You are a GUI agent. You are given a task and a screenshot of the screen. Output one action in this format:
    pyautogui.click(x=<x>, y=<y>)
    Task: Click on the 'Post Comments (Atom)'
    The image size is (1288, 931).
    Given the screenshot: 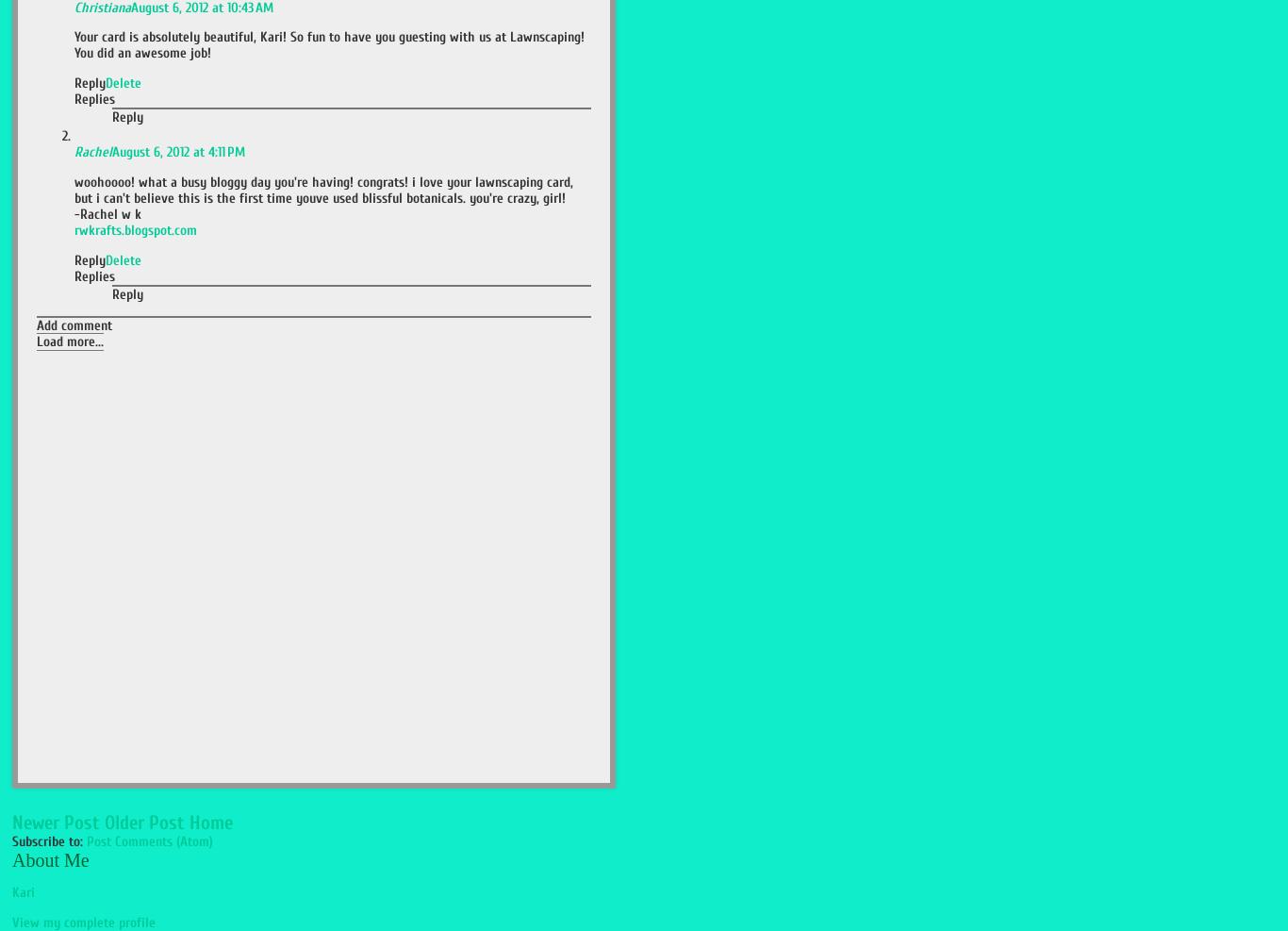 What is the action you would take?
    pyautogui.click(x=149, y=840)
    